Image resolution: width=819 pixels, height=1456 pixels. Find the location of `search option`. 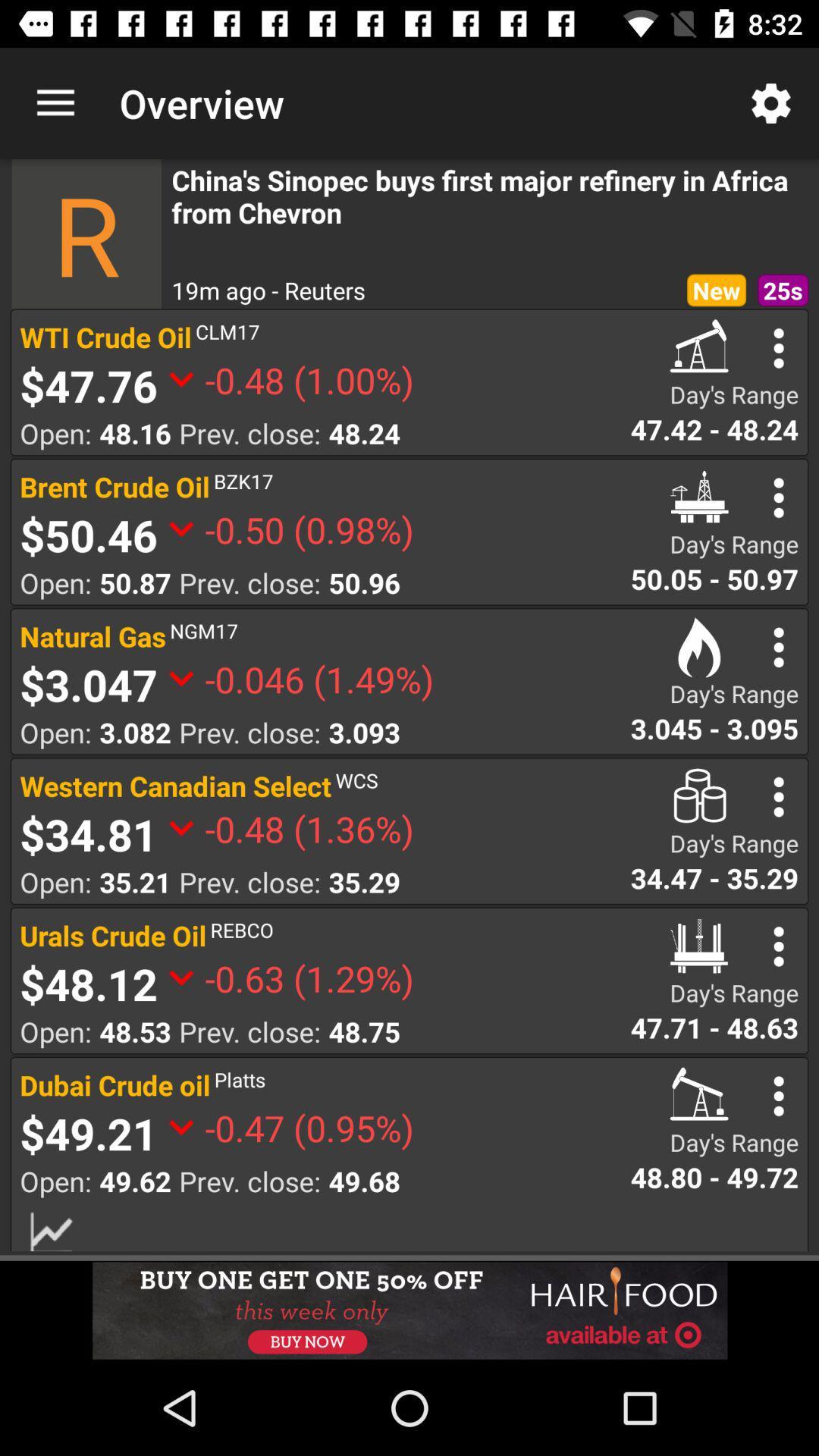

search option is located at coordinates (779, 647).